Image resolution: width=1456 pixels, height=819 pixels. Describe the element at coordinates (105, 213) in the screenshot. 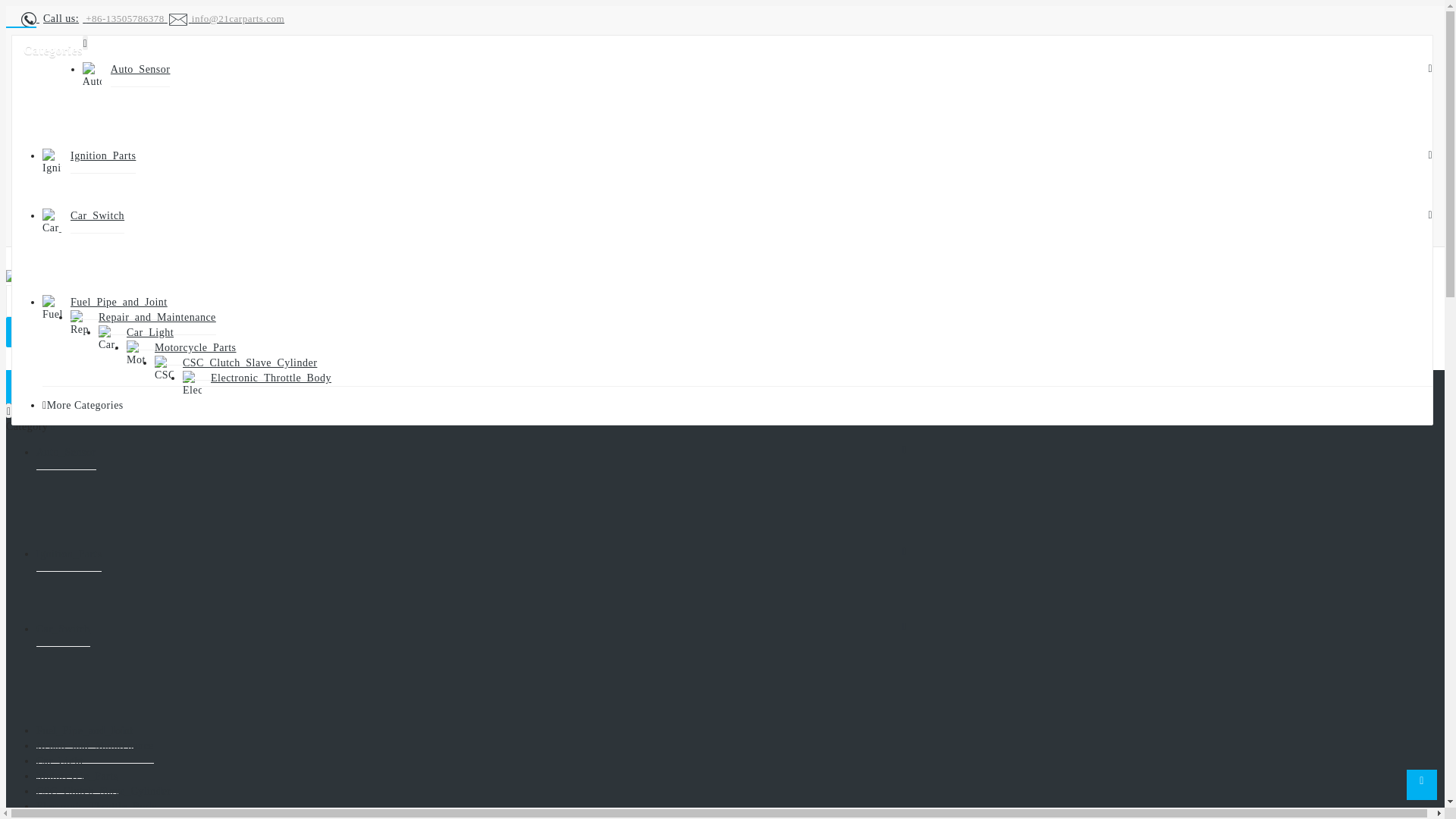

I see `'Login'` at that location.